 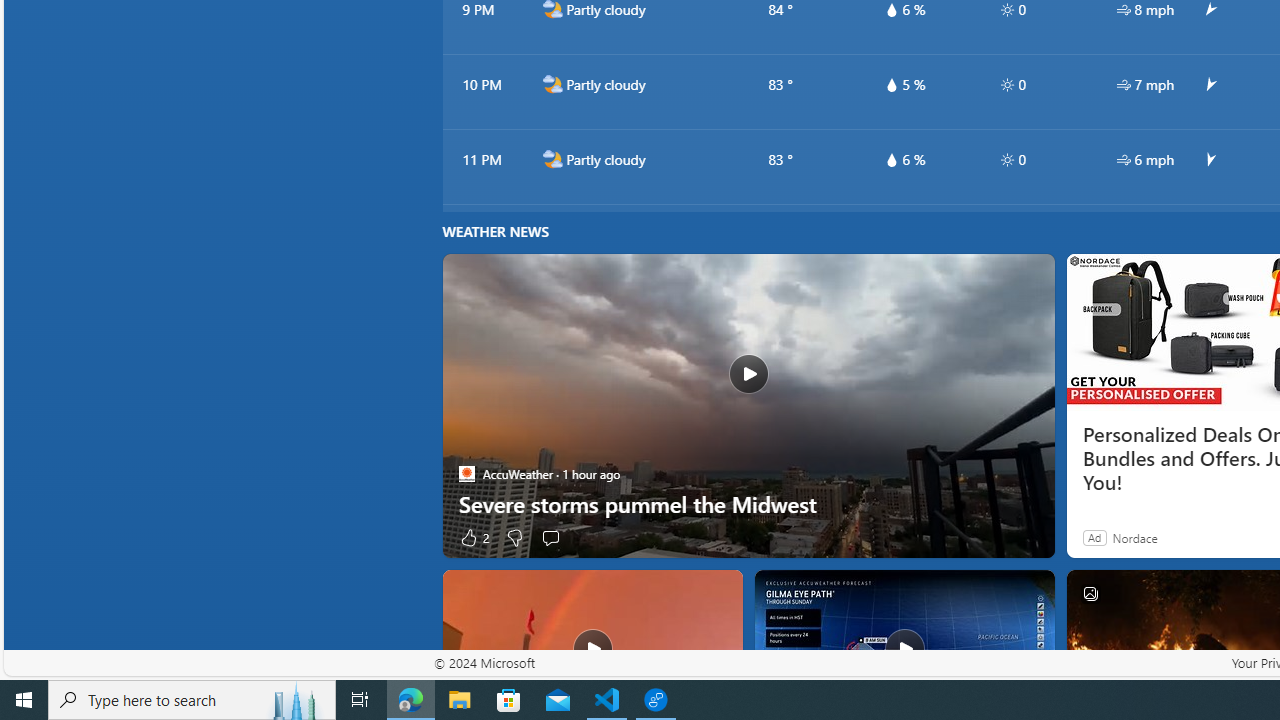 I want to click on 'hourlyTable/uv', so click(x=1007, y=158).